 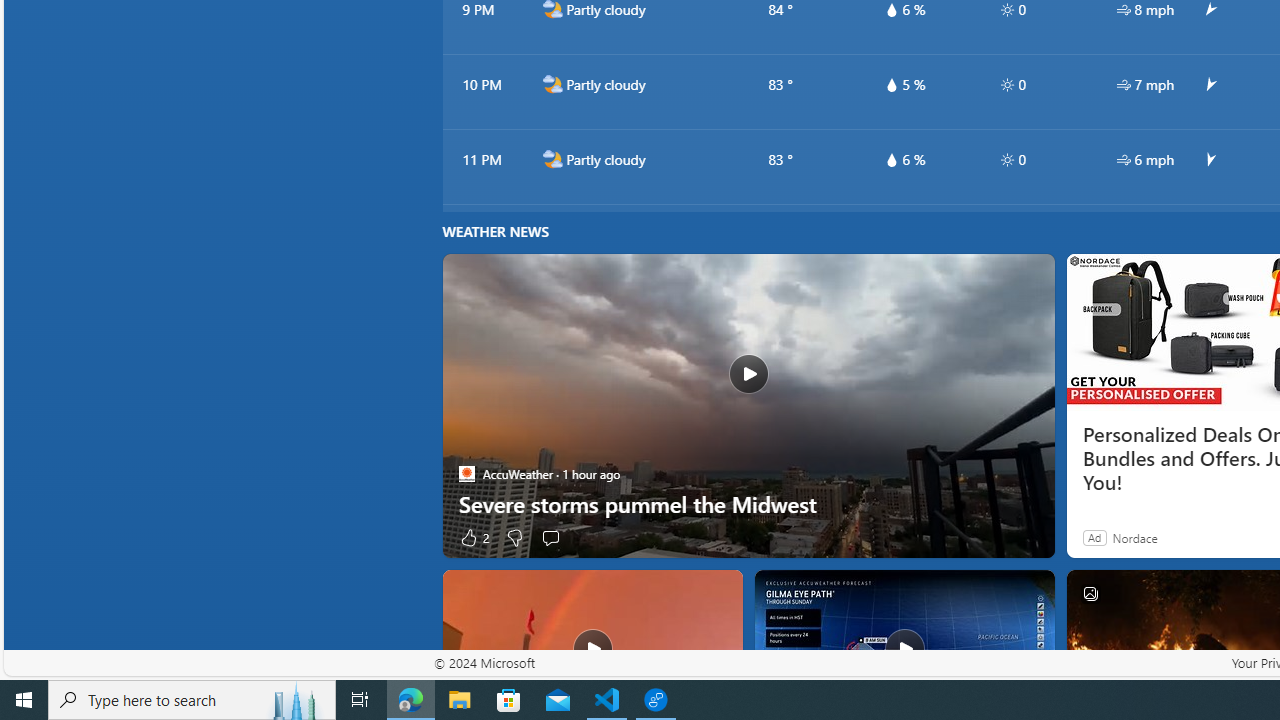 I want to click on 'hourlyTable/uv', so click(x=1007, y=158).